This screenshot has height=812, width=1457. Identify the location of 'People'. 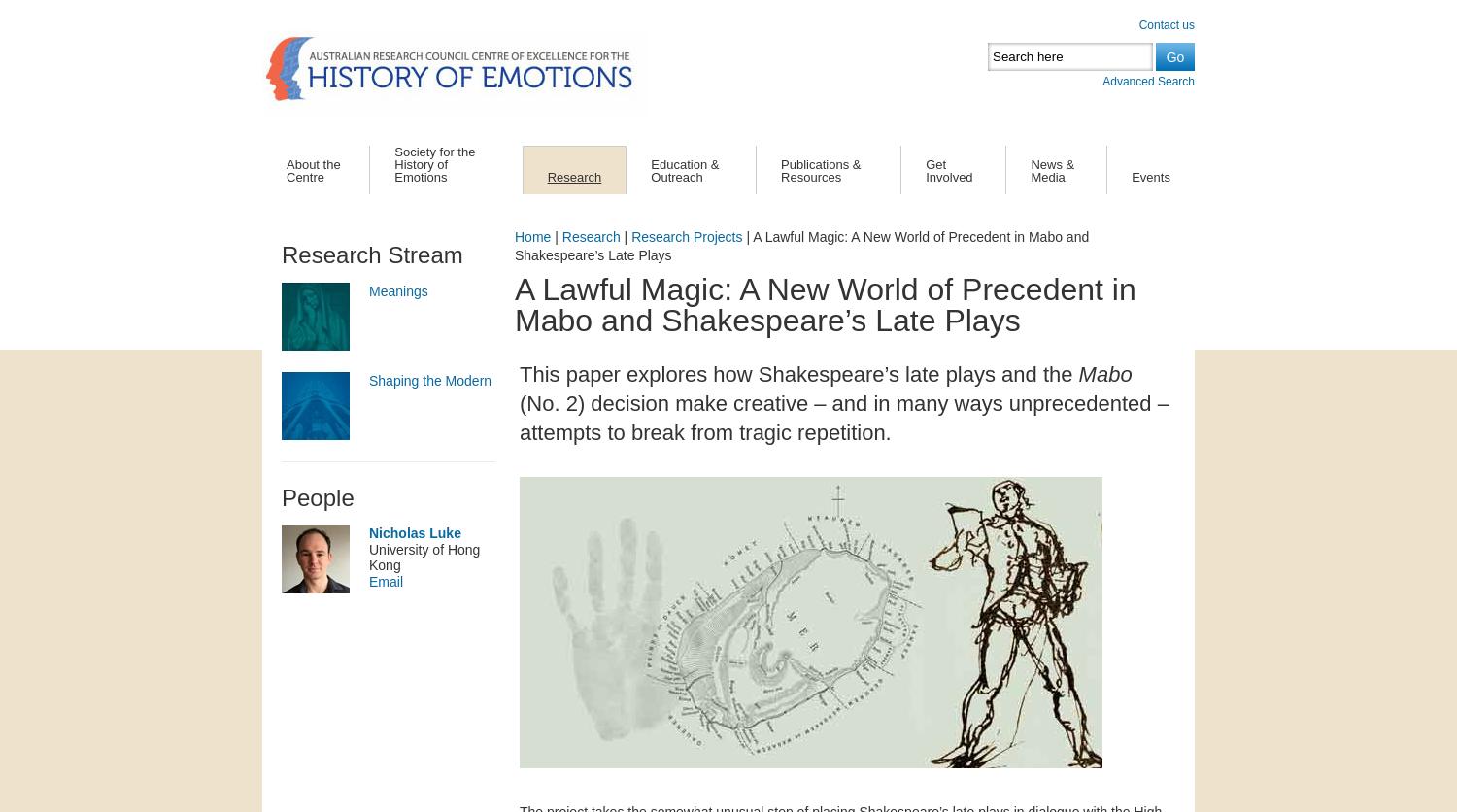
(317, 496).